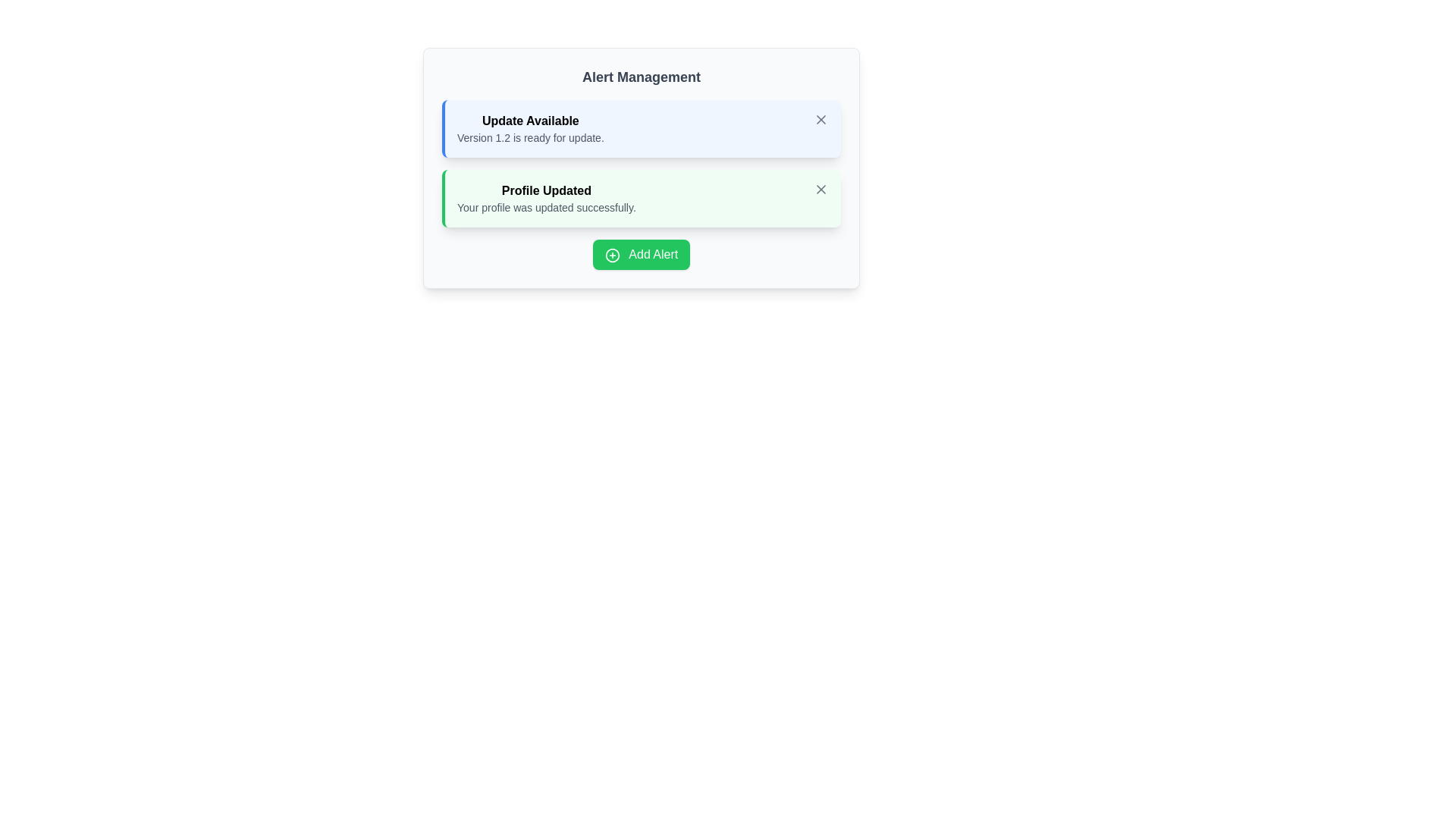  What do you see at coordinates (612, 254) in the screenshot?
I see `the circular outline in the 'Add Alert' button icon, which is located below the 'Update Available' and 'Profile Updated' messages` at bounding box center [612, 254].